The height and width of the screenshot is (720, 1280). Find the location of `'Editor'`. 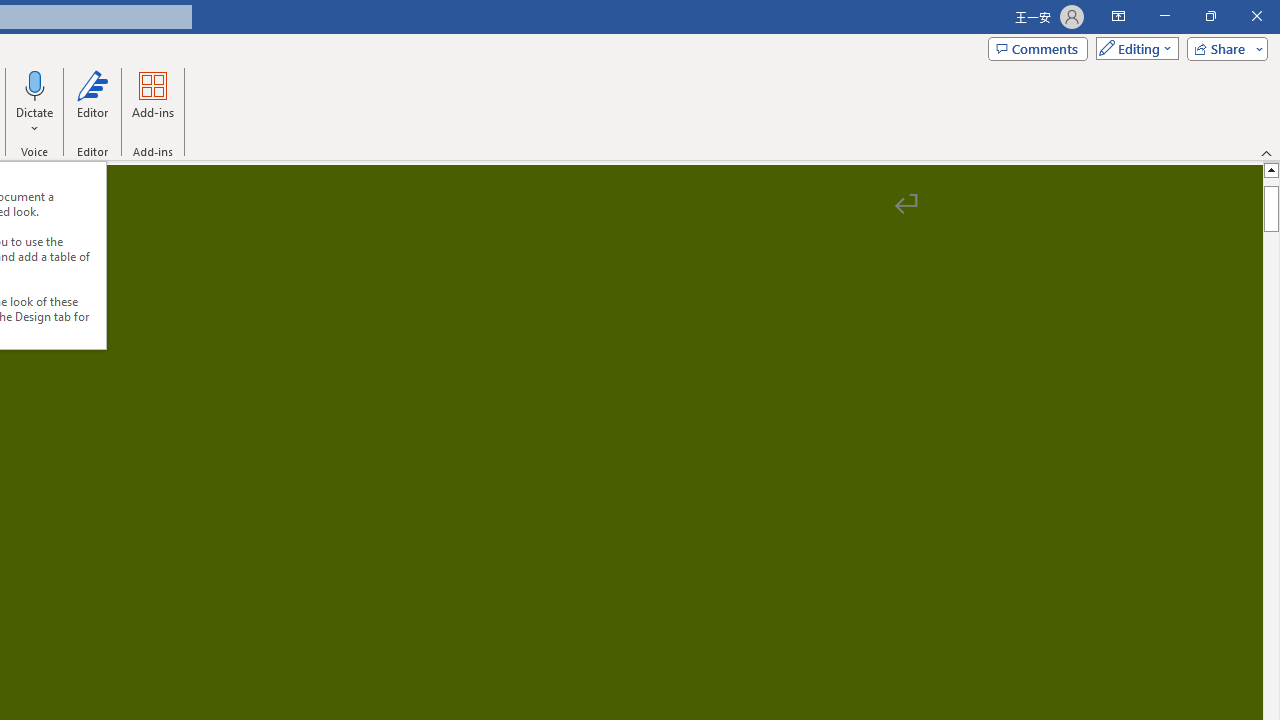

'Editor' is located at coordinates (91, 103).